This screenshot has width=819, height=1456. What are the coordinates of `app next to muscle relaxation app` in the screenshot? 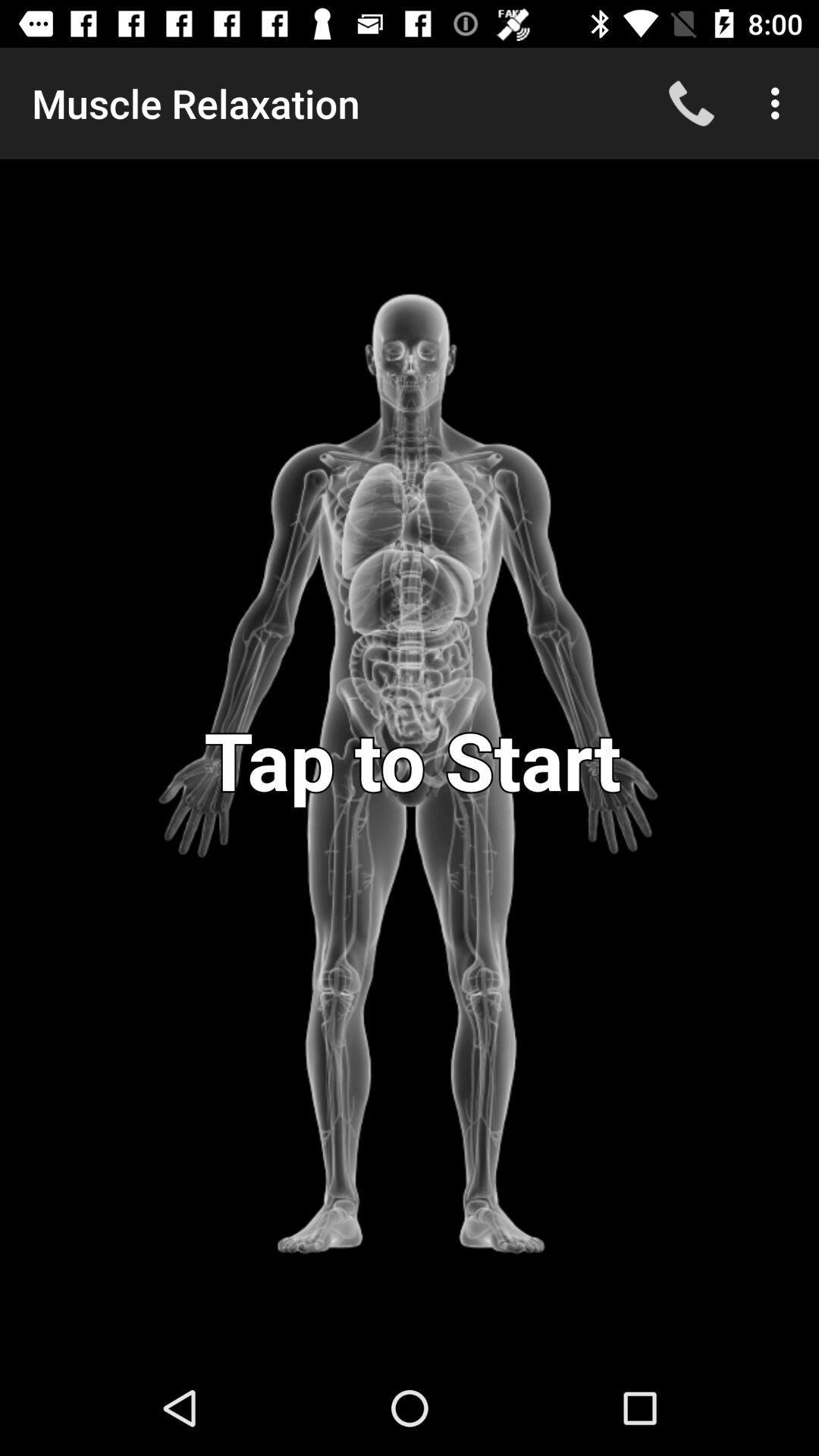 It's located at (691, 102).